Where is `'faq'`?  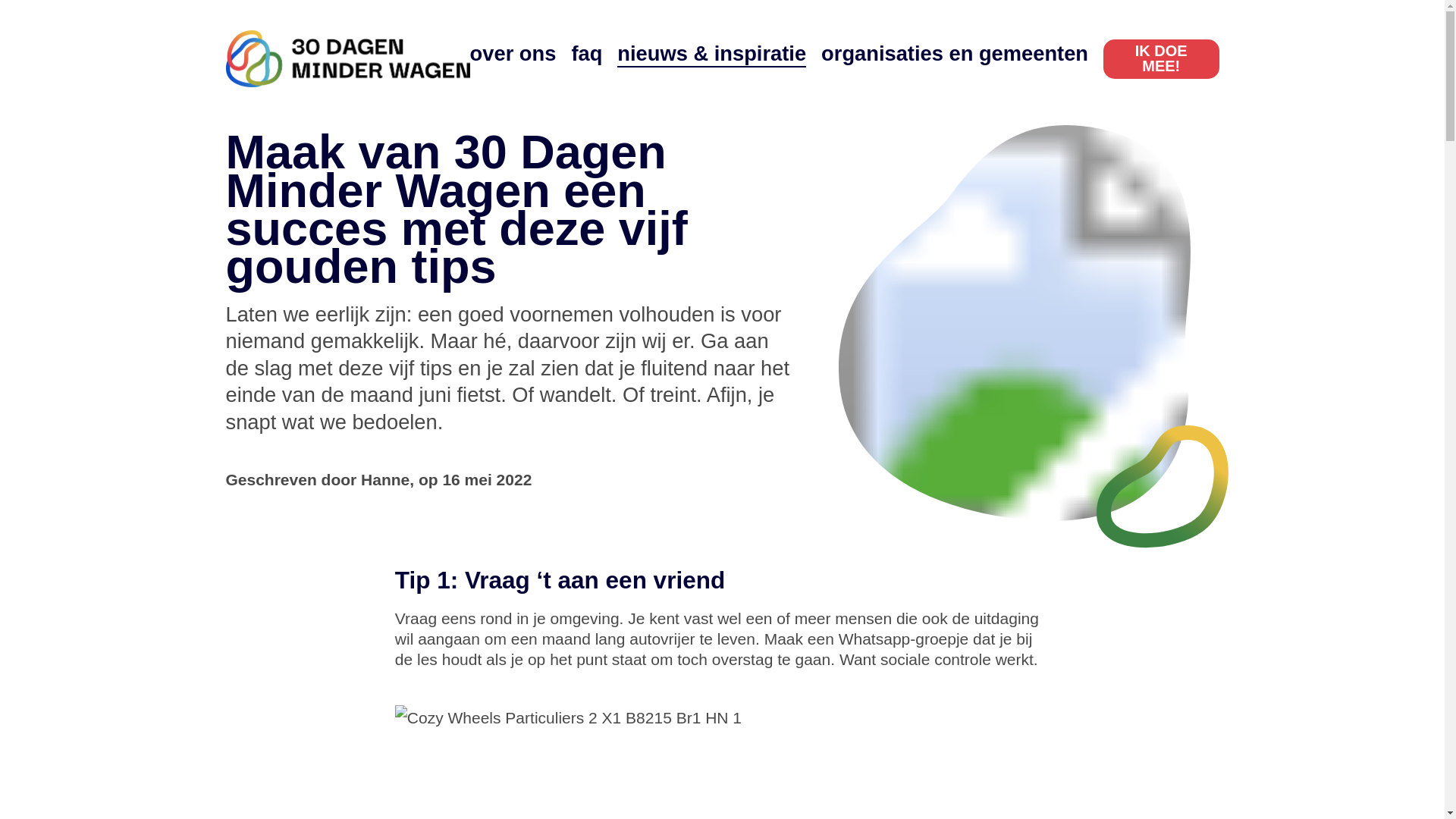 'faq' is located at coordinates (585, 52).